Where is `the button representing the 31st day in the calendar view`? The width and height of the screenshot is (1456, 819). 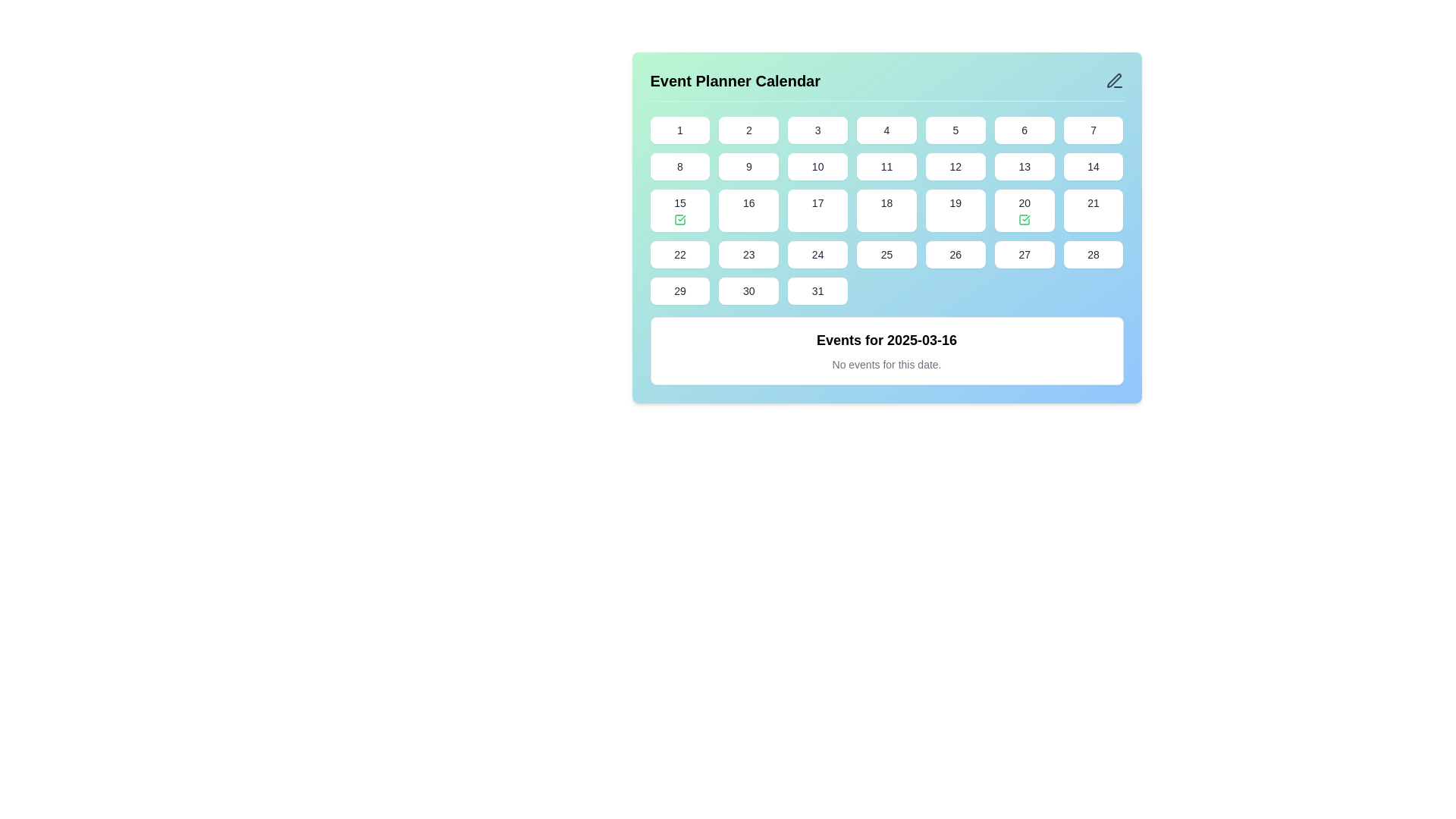 the button representing the 31st day in the calendar view is located at coordinates (817, 291).